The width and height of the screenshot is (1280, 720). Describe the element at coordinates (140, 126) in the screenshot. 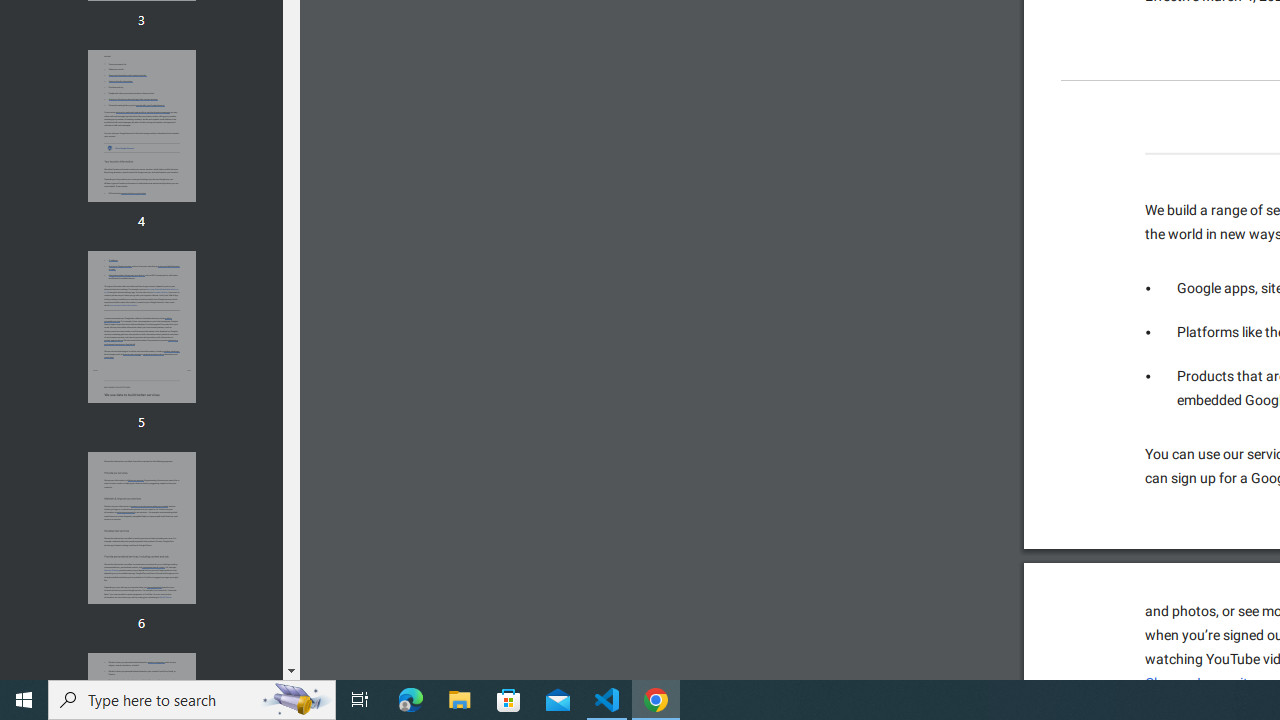

I see `'Thumbnail for page 4'` at that location.